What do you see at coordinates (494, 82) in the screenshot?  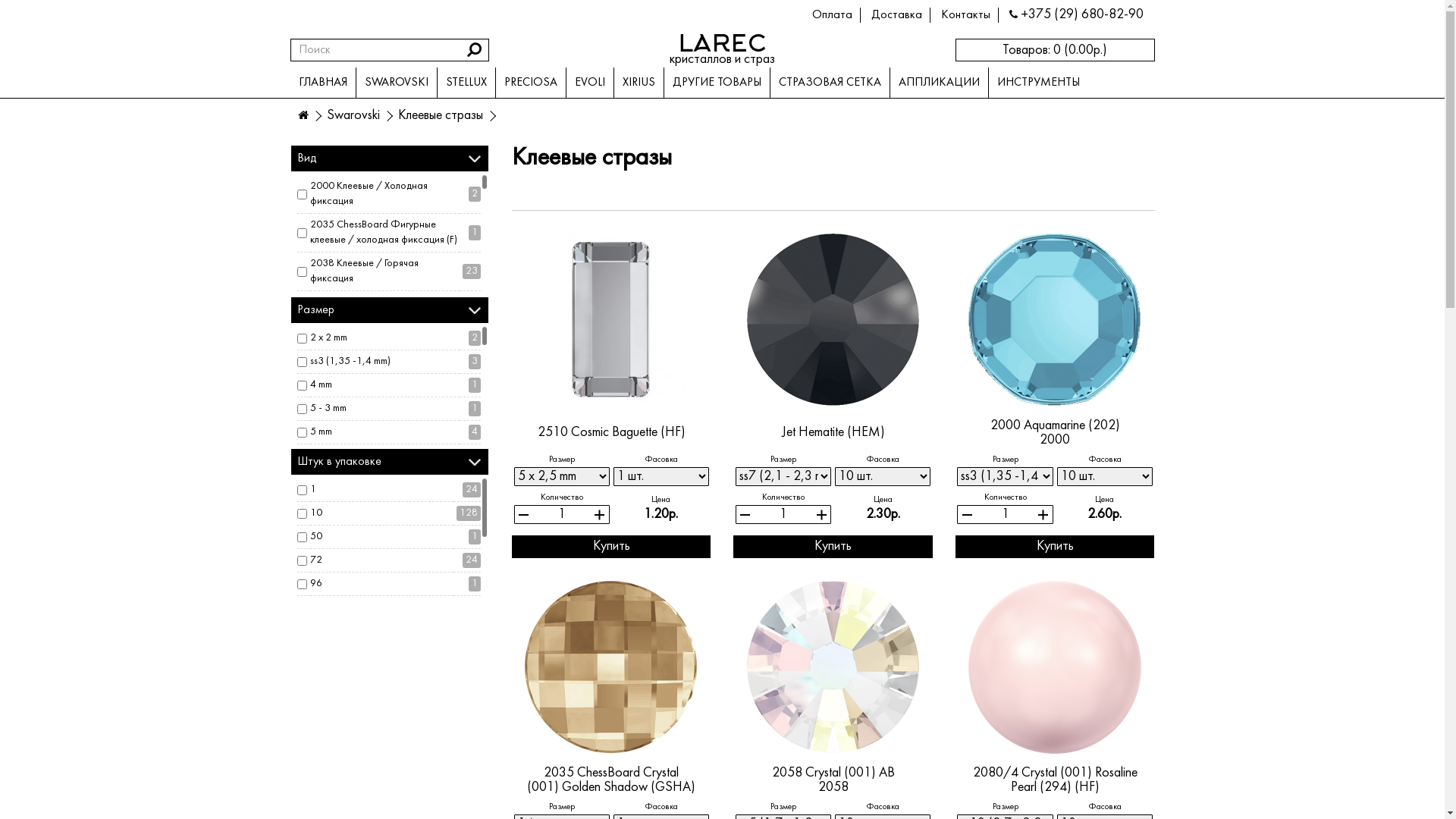 I see `'PRECIOSA'` at bounding box center [494, 82].